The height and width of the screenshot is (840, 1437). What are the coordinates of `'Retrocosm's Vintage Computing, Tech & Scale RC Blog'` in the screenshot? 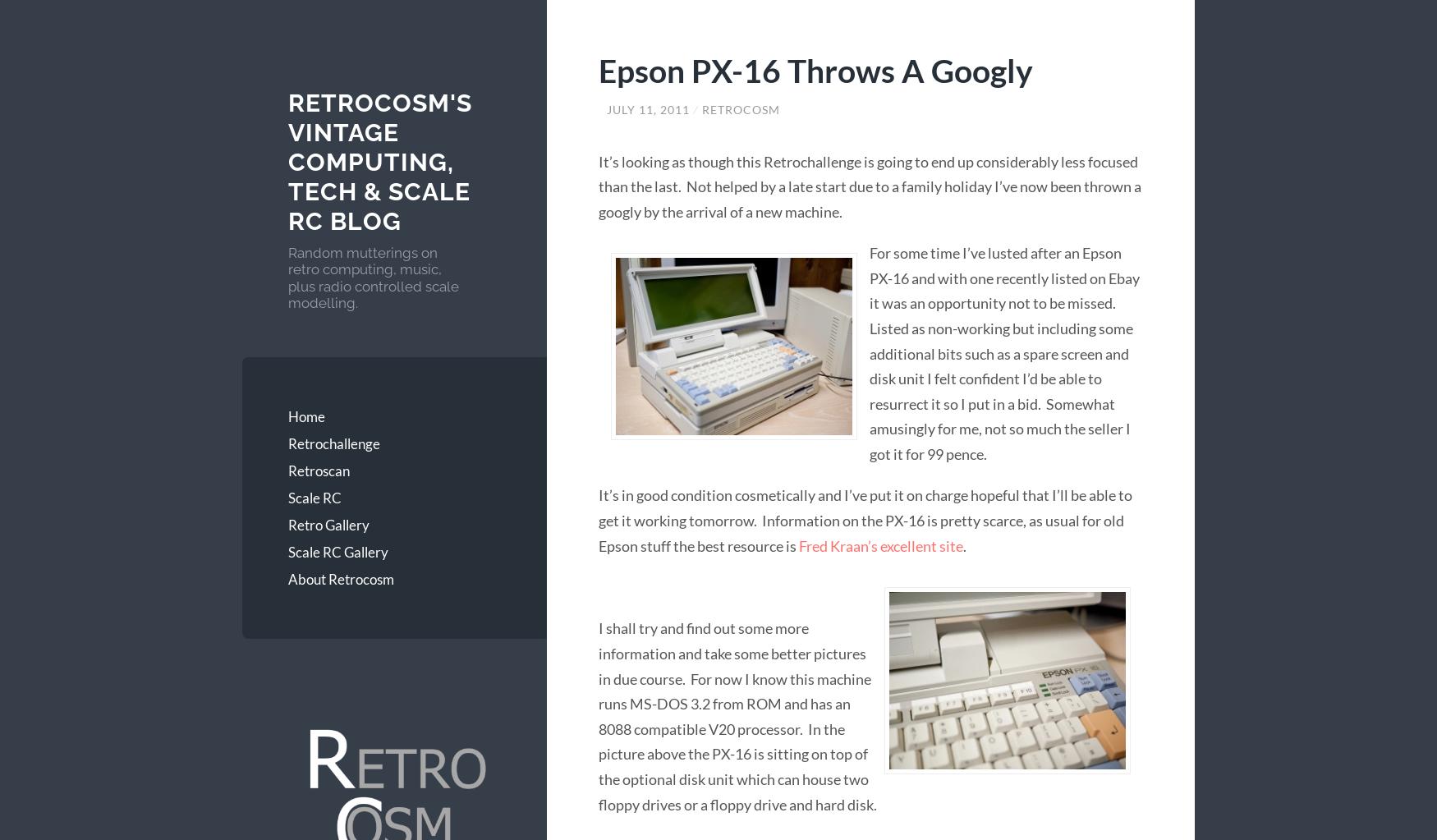 It's located at (379, 162).